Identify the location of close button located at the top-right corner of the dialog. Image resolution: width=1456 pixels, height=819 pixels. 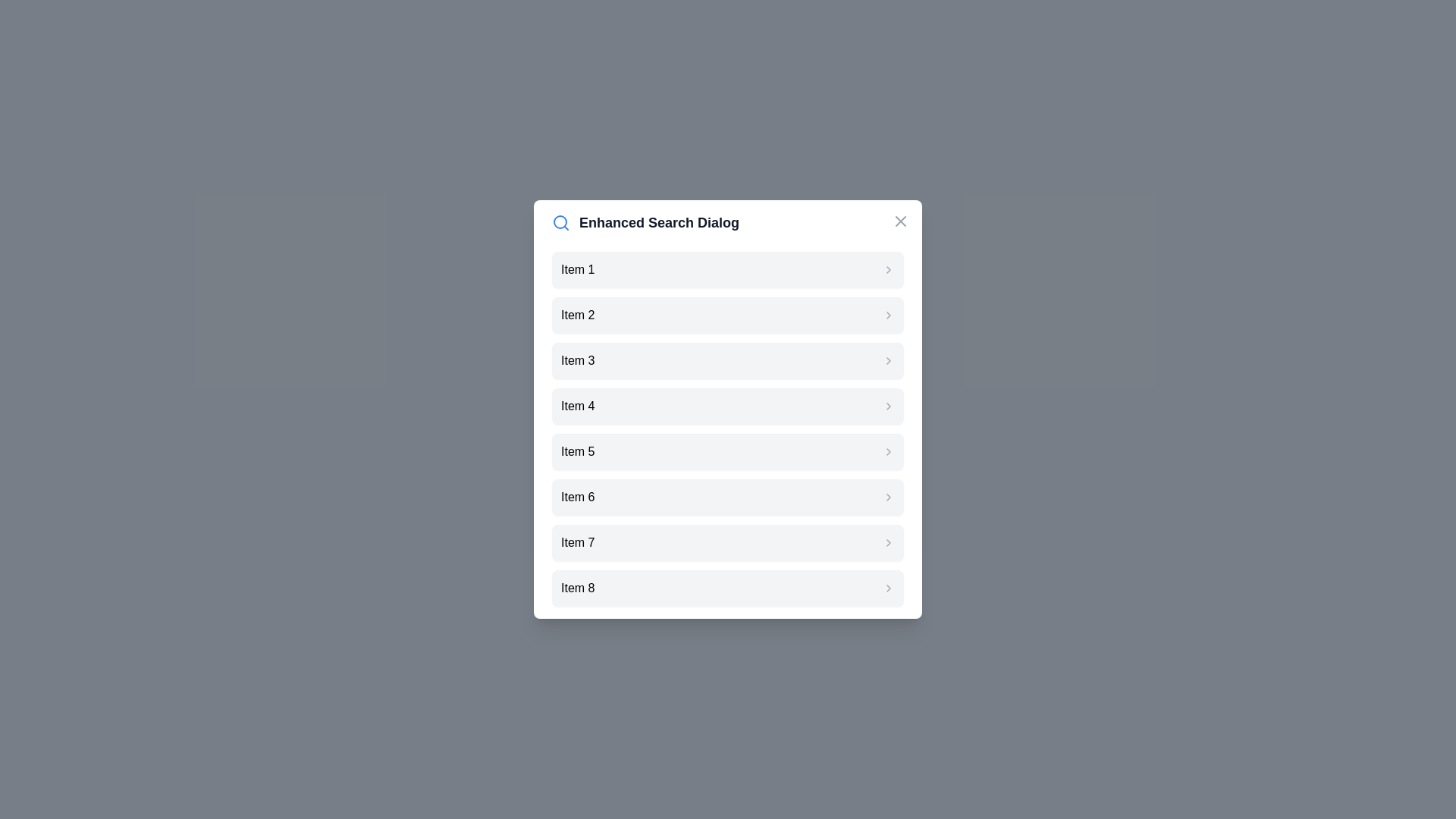
(901, 221).